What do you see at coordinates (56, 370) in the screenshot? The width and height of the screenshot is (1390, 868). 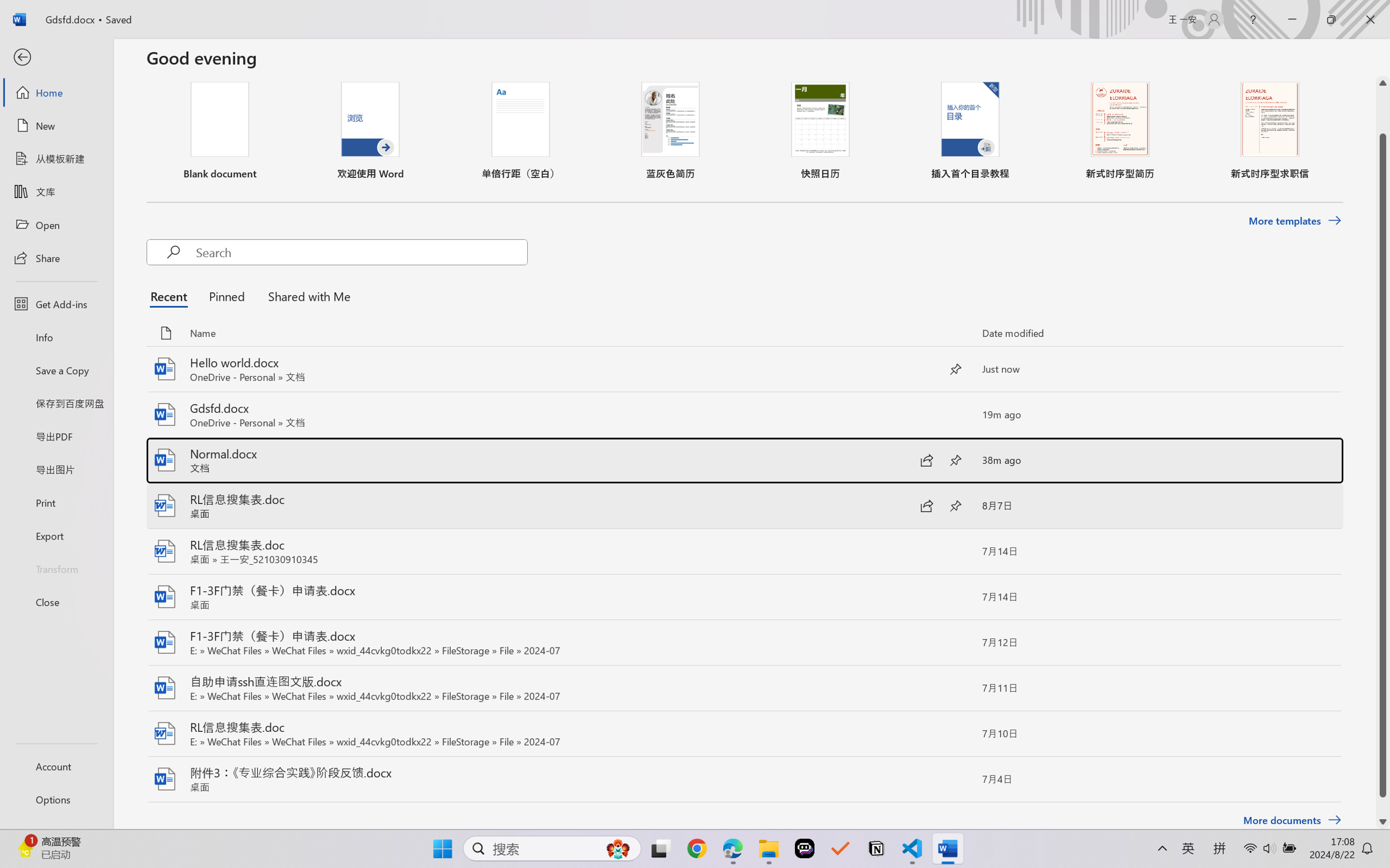 I see `'Save a Copy'` at bounding box center [56, 370].